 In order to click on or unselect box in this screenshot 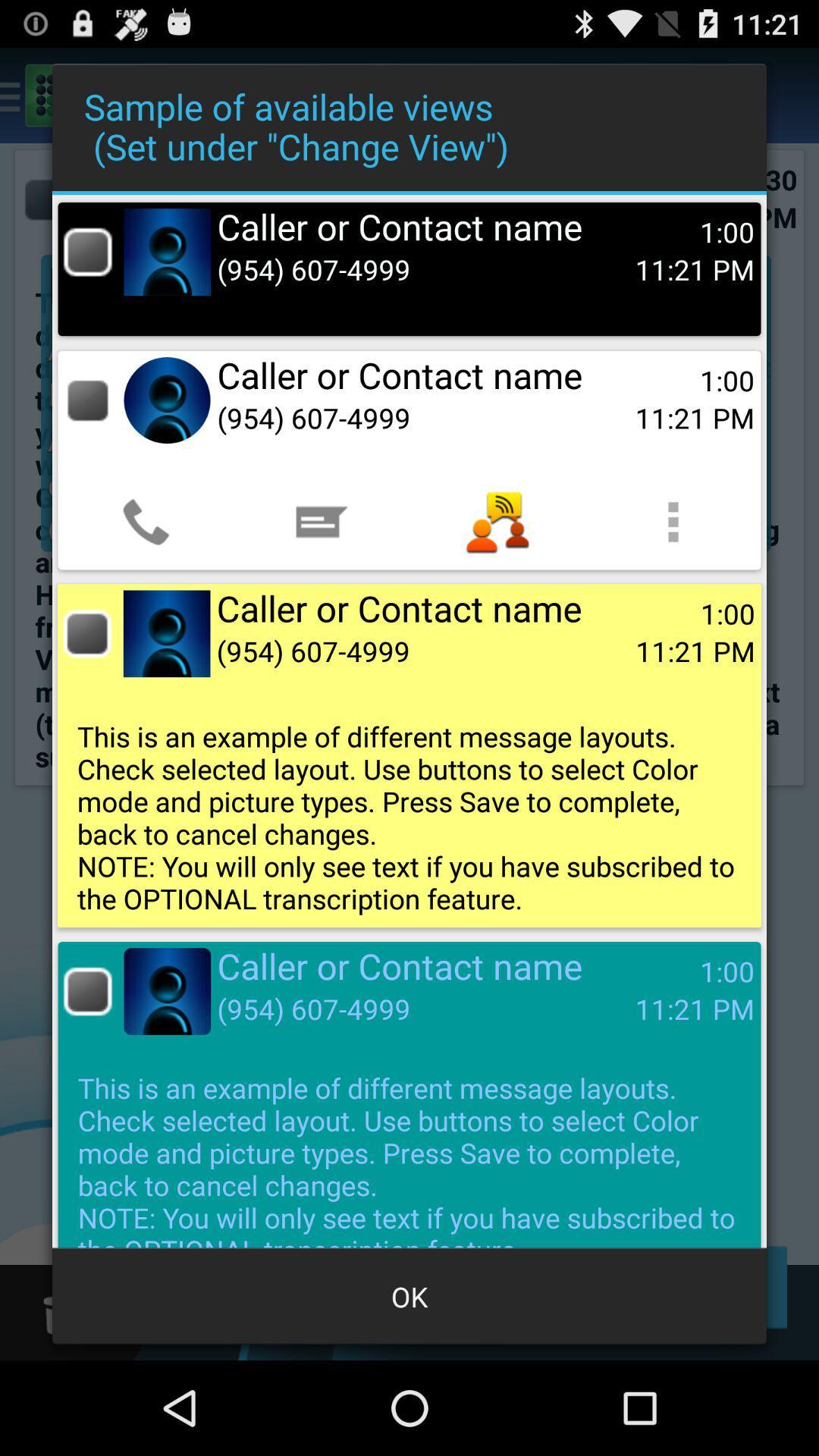, I will do `click(87, 252)`.